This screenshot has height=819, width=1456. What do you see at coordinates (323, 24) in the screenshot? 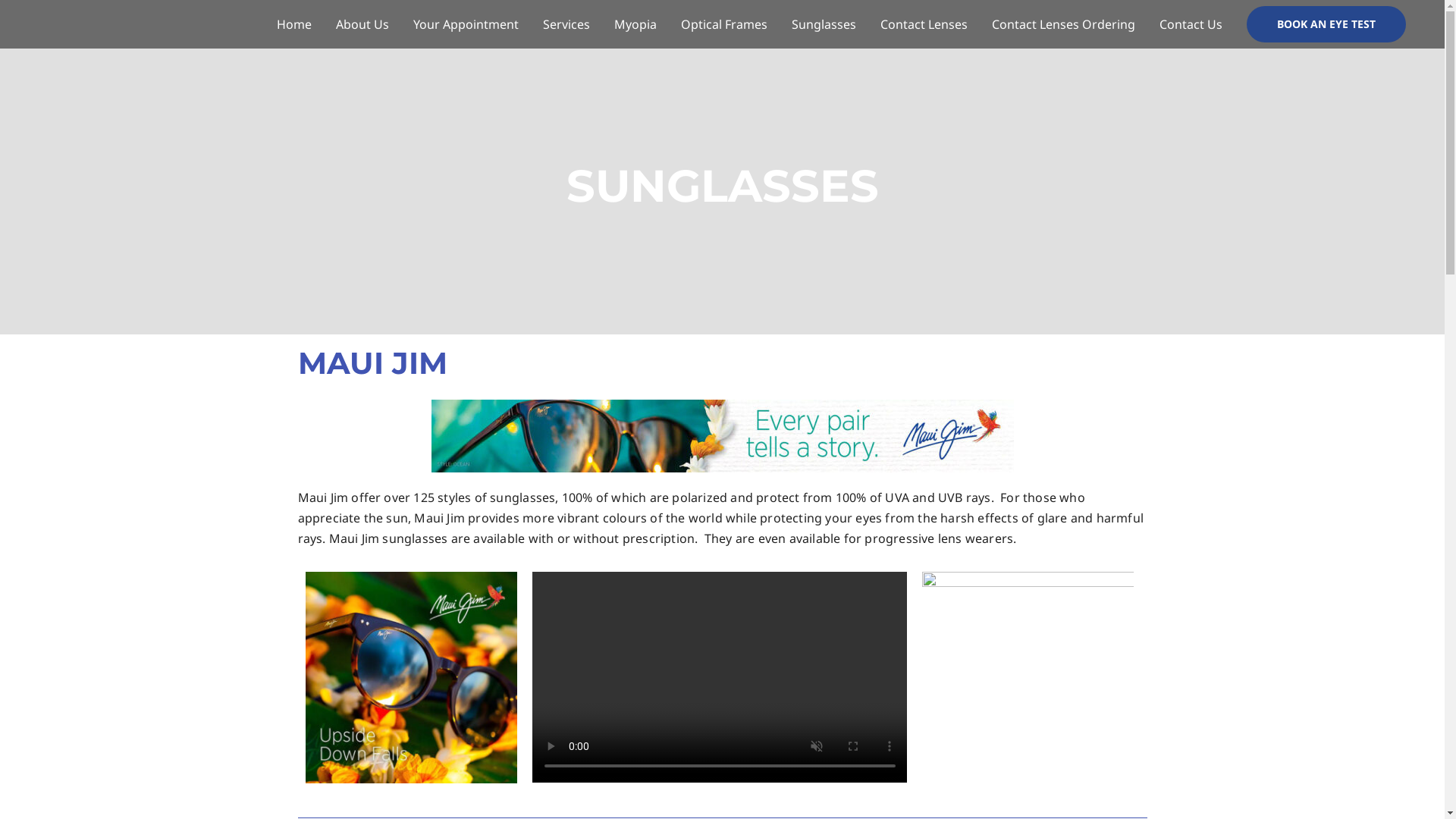
I see `'About Us'` at bounding box center [323, 24].